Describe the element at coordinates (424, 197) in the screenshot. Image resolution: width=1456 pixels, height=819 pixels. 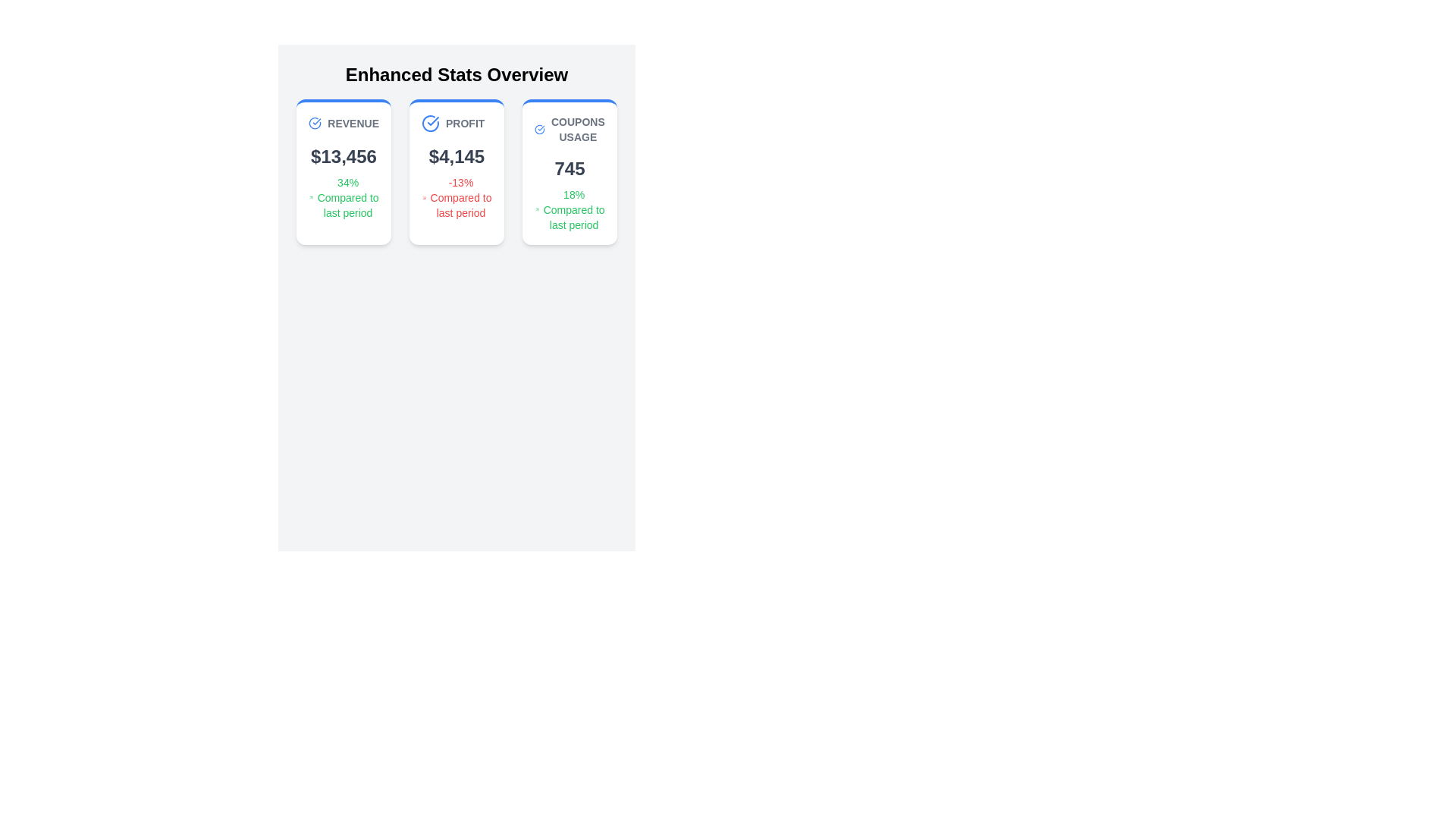
I see `the decorative downward trend arrow icon located on the left side of the text '-13% Compared to last period' within the second card structure representing 'PROFIT'` at that location.